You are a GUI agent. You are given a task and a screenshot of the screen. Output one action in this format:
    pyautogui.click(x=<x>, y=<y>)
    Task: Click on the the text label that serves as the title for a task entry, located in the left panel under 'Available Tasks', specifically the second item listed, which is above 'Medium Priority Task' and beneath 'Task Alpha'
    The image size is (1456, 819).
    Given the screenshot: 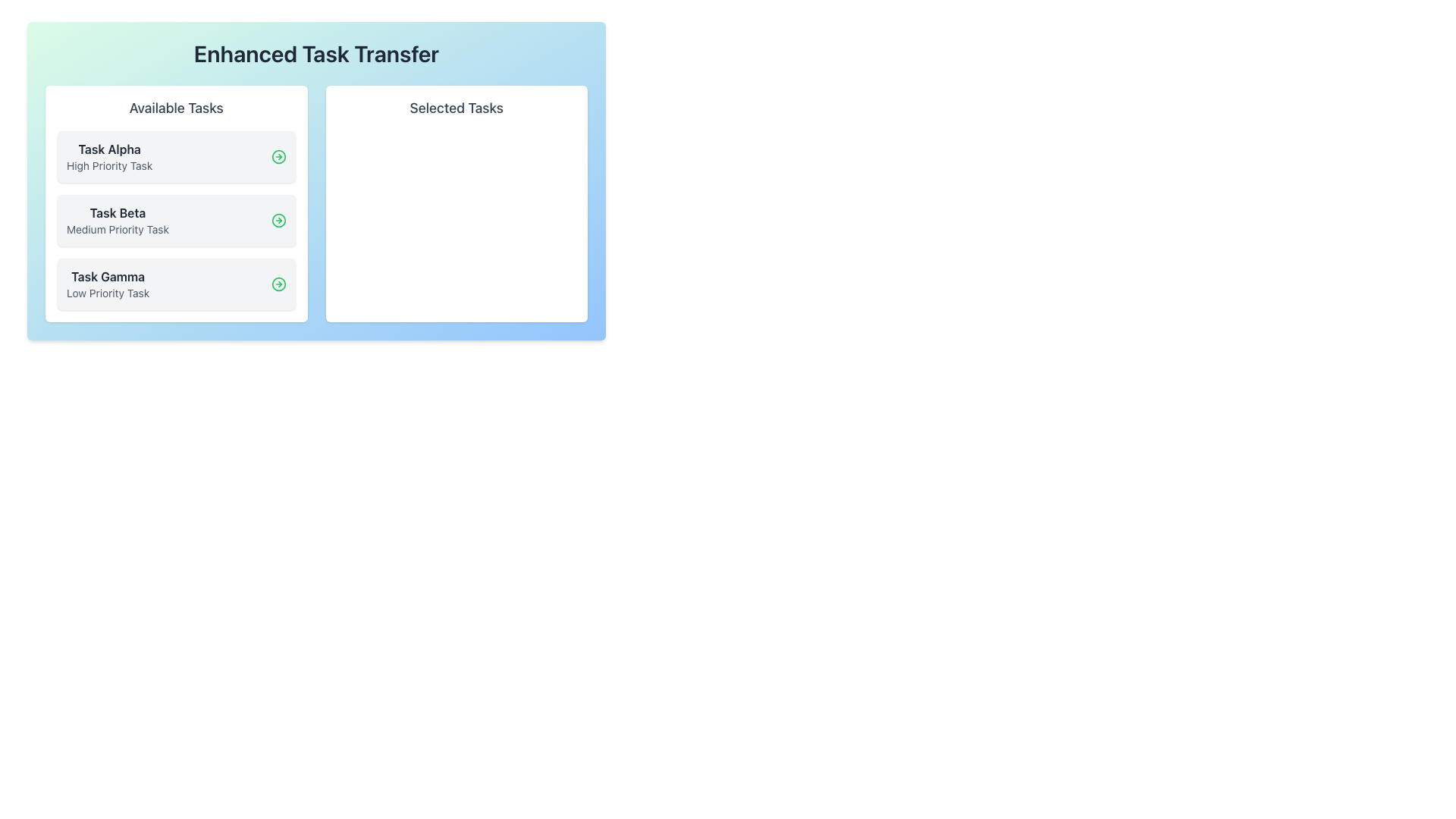 What is the action you would take?
    pyautogui.click(x=117, y=213)
    